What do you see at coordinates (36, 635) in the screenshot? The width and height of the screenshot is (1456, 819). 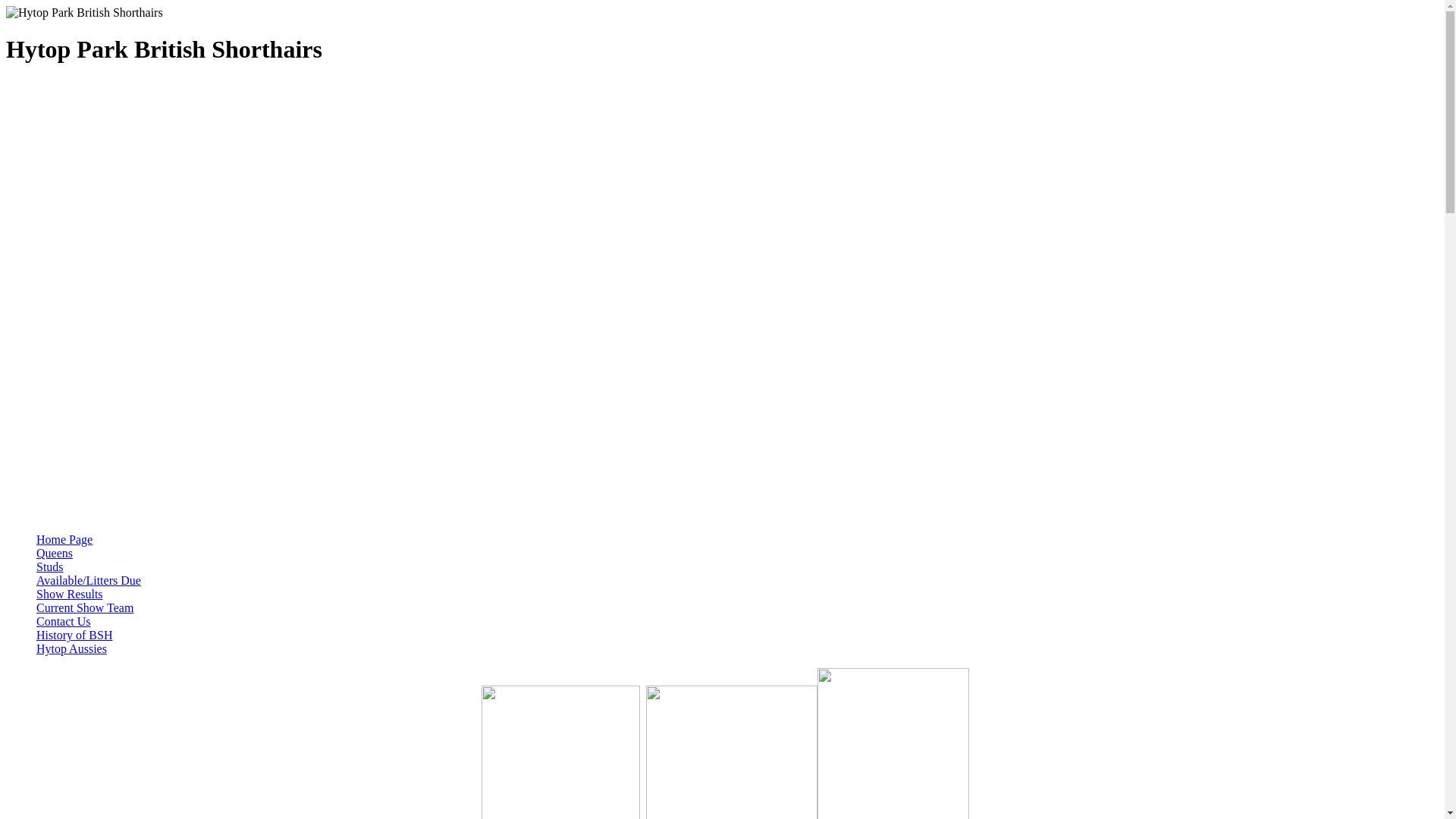 I see `'History of BSH'` at bounding box center [36, 635].